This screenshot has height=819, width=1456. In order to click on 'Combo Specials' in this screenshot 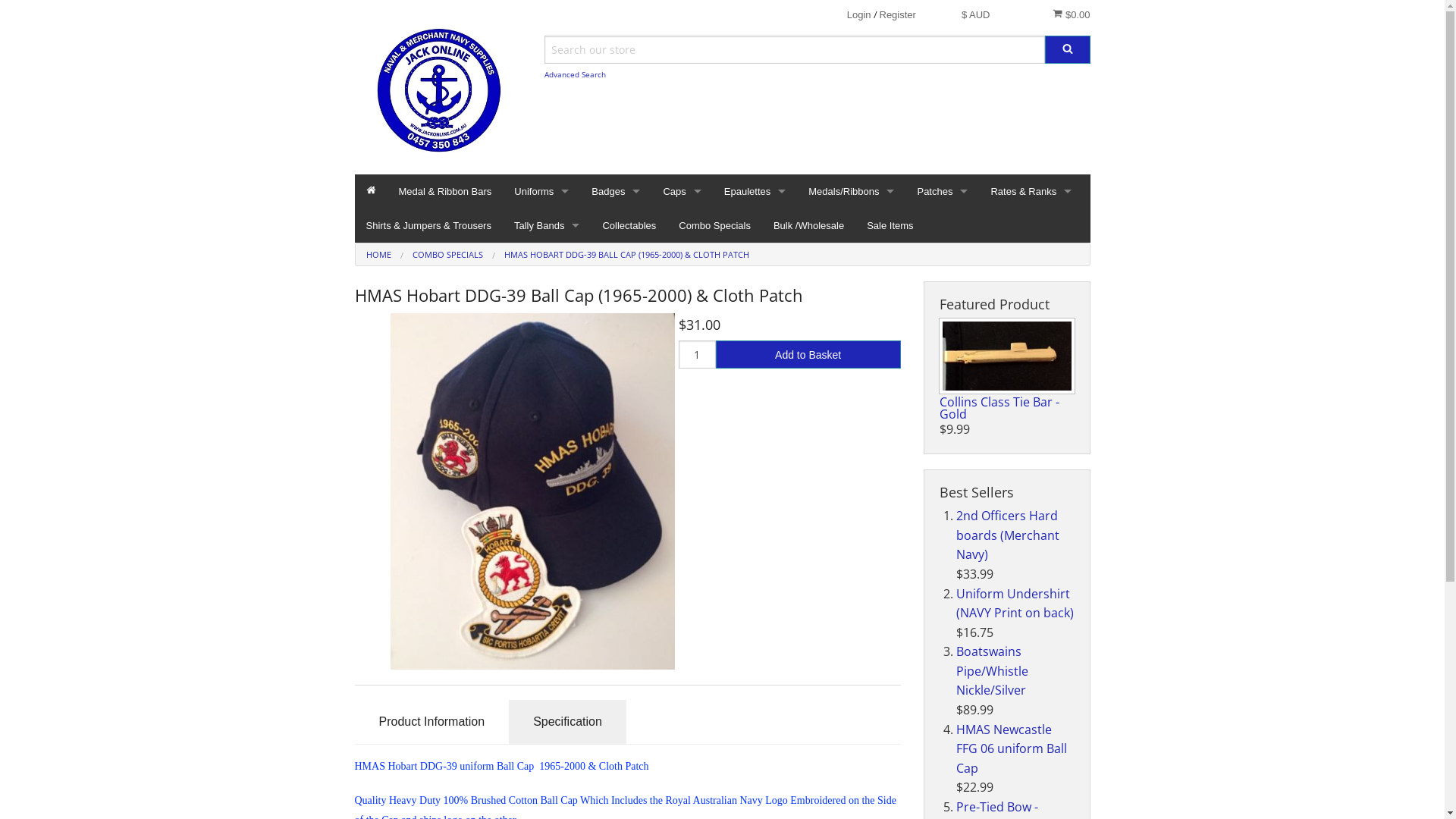, I will do `click(667, 225)`.